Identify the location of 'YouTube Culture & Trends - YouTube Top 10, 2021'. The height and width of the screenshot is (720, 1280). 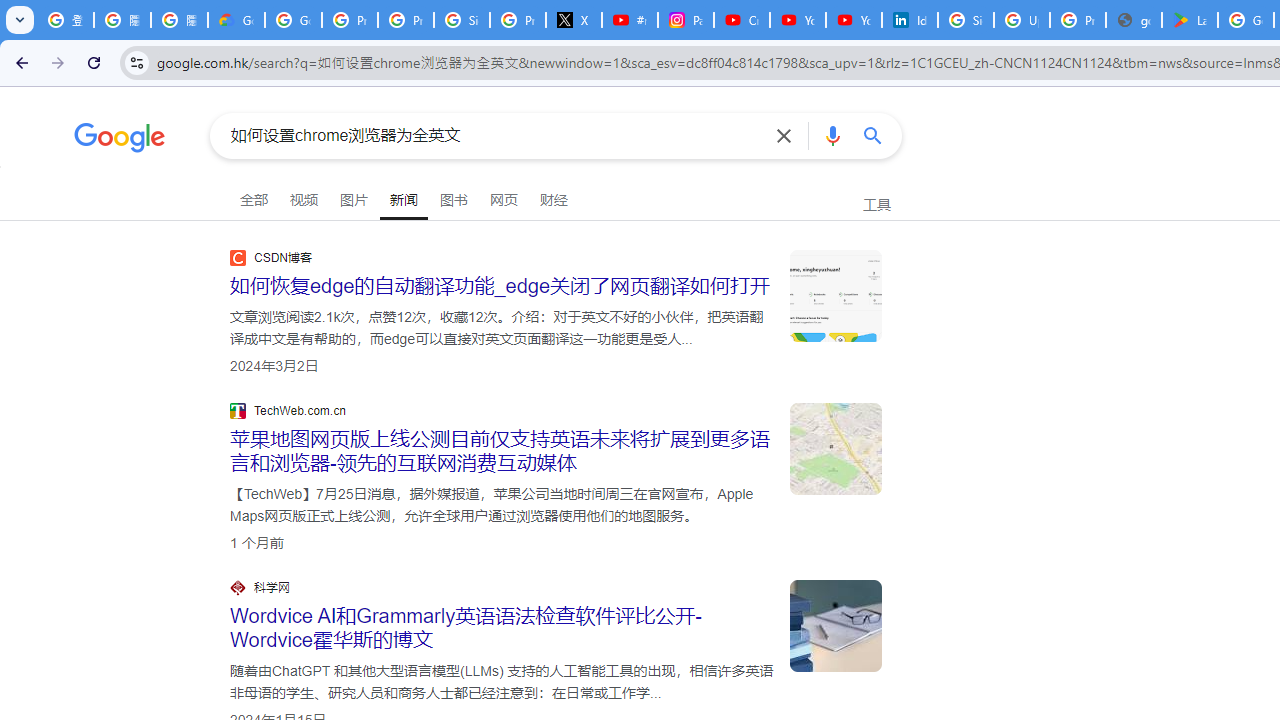
(853, 20).